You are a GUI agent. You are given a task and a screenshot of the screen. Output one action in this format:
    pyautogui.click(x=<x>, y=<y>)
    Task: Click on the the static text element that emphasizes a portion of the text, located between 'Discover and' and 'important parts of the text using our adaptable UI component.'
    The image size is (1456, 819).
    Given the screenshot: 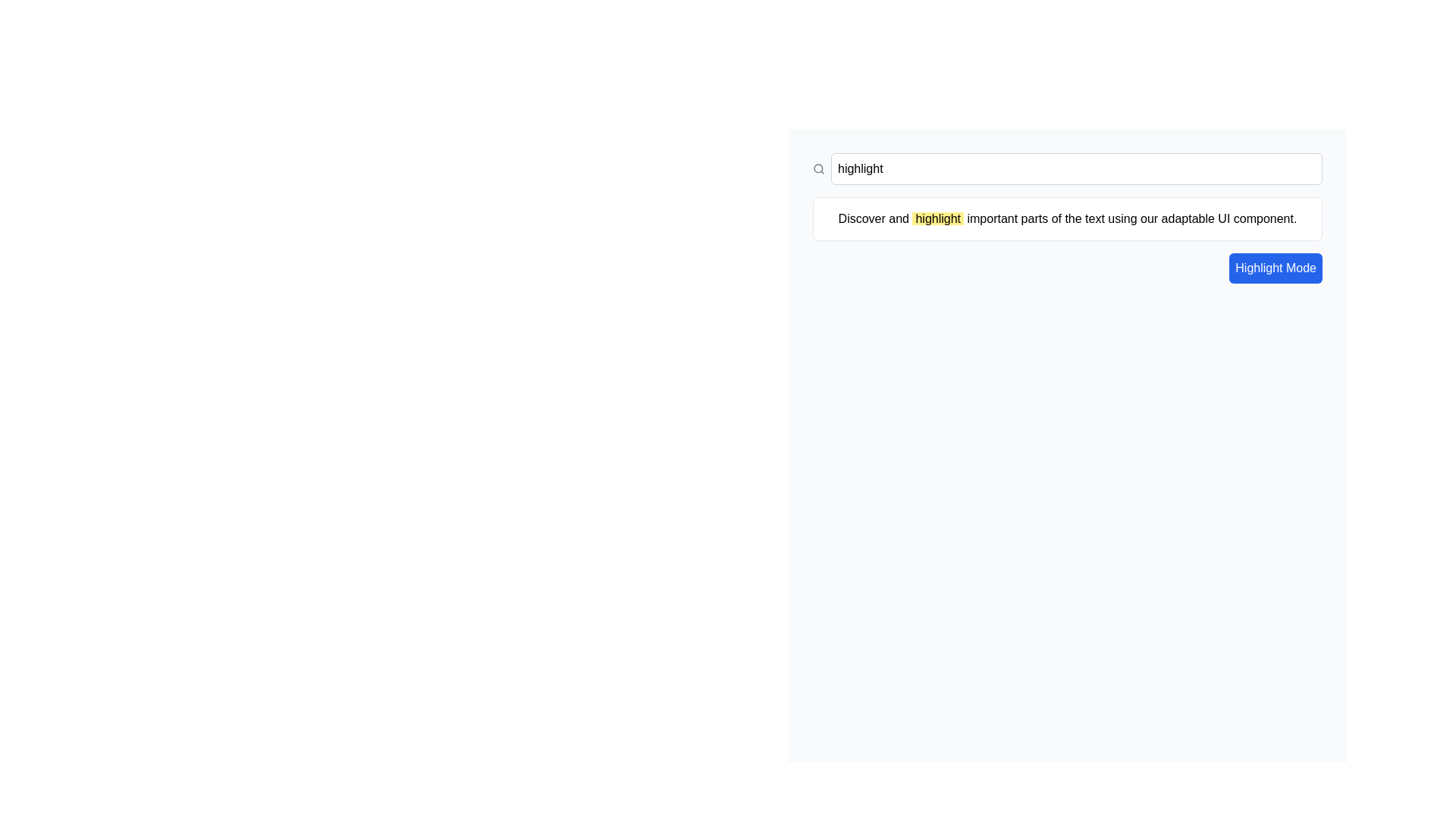 What is the action you would take?
    pyautogui.click(x=937, y=218)
    